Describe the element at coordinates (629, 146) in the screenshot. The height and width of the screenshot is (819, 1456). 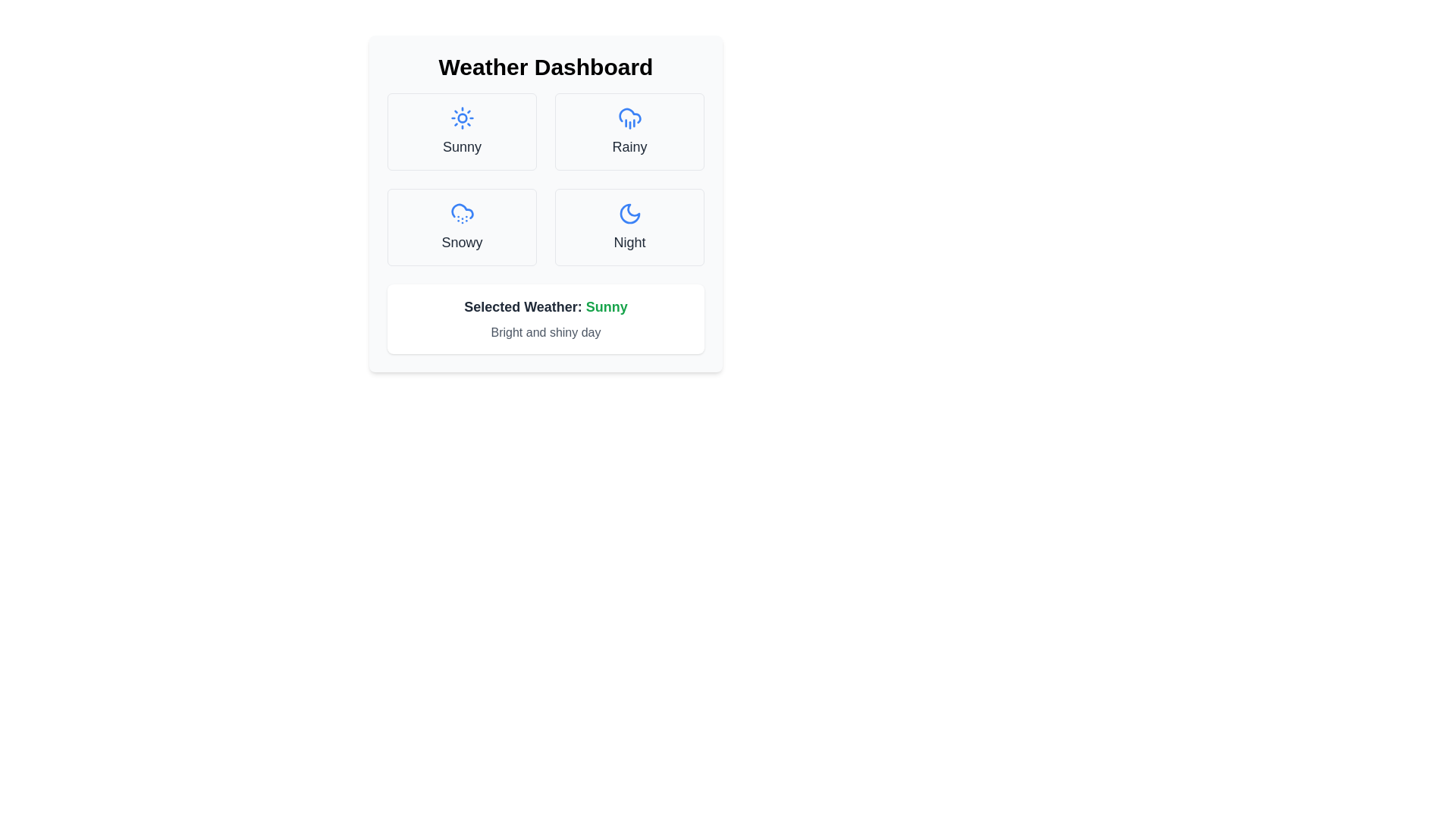
I see `the 'Rainy' weather option label within the Weather Dashboard interface, which is positioned in the second column of the first row in a 2x2 grid` at that location.